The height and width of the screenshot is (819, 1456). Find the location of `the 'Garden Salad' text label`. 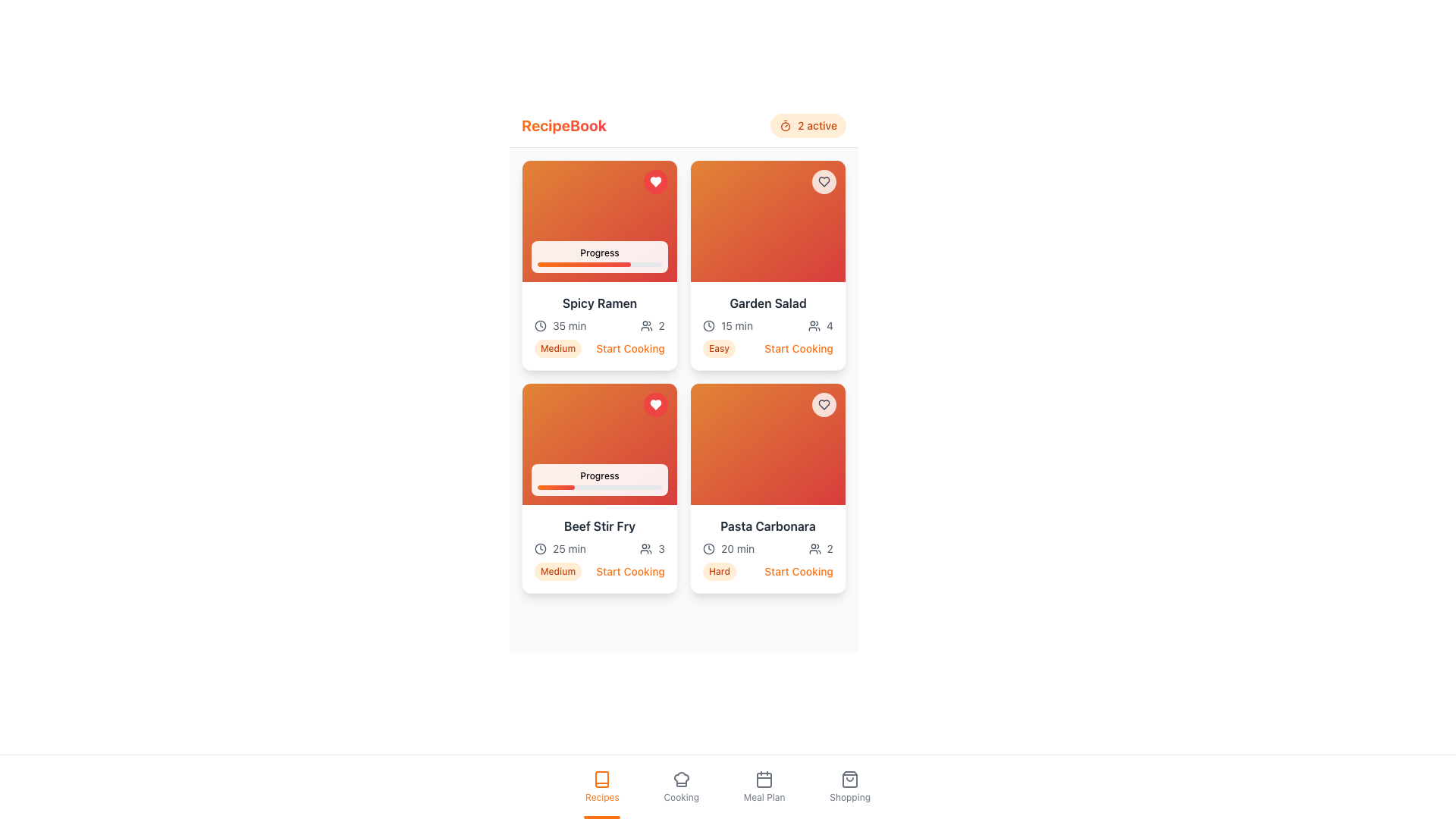

the 'Garden Salad' text label is located at coordinates (767, 303).